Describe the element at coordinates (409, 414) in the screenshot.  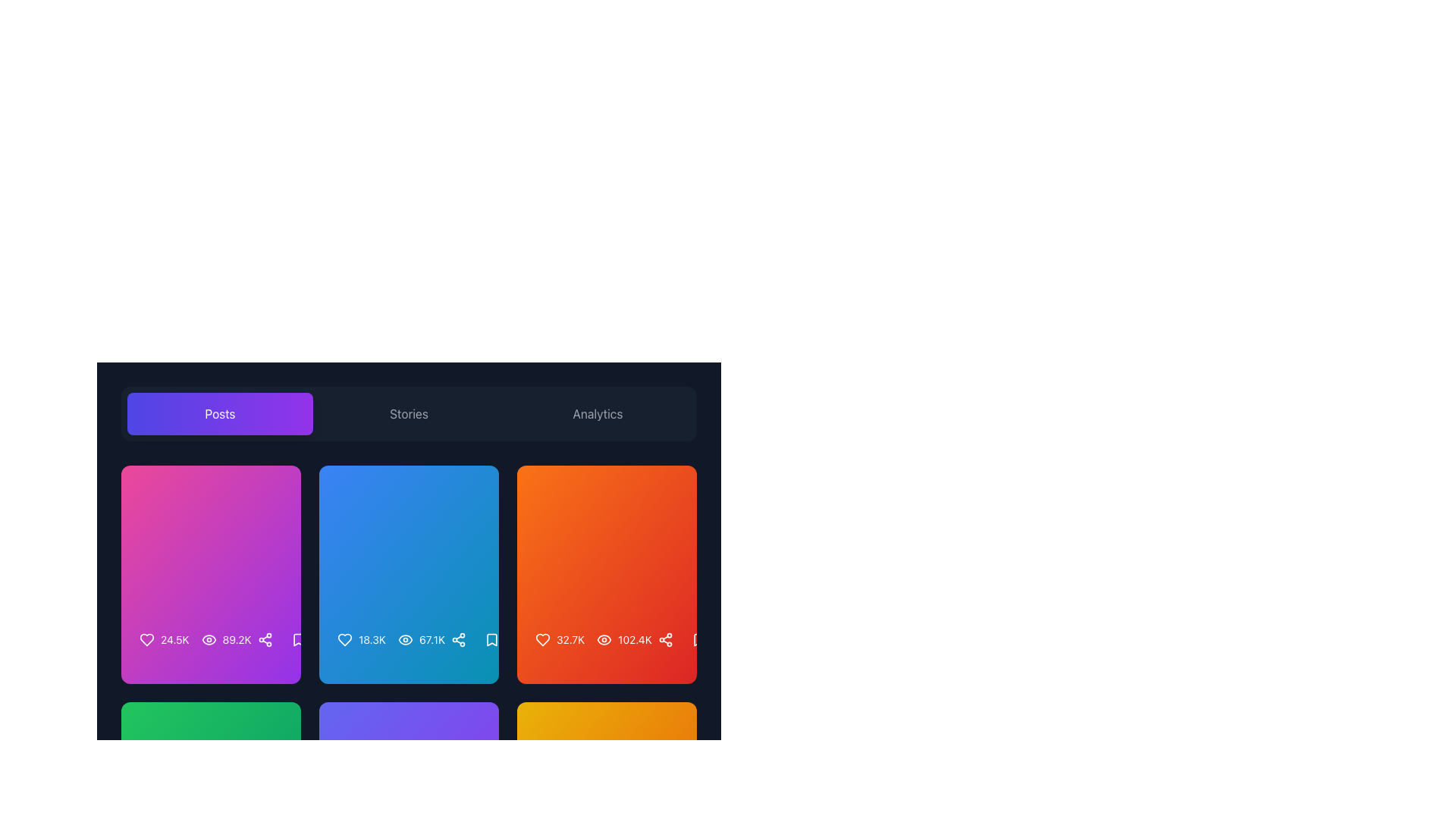
I see `the 'Stories' tab in the Tab navigation bar` at that location.